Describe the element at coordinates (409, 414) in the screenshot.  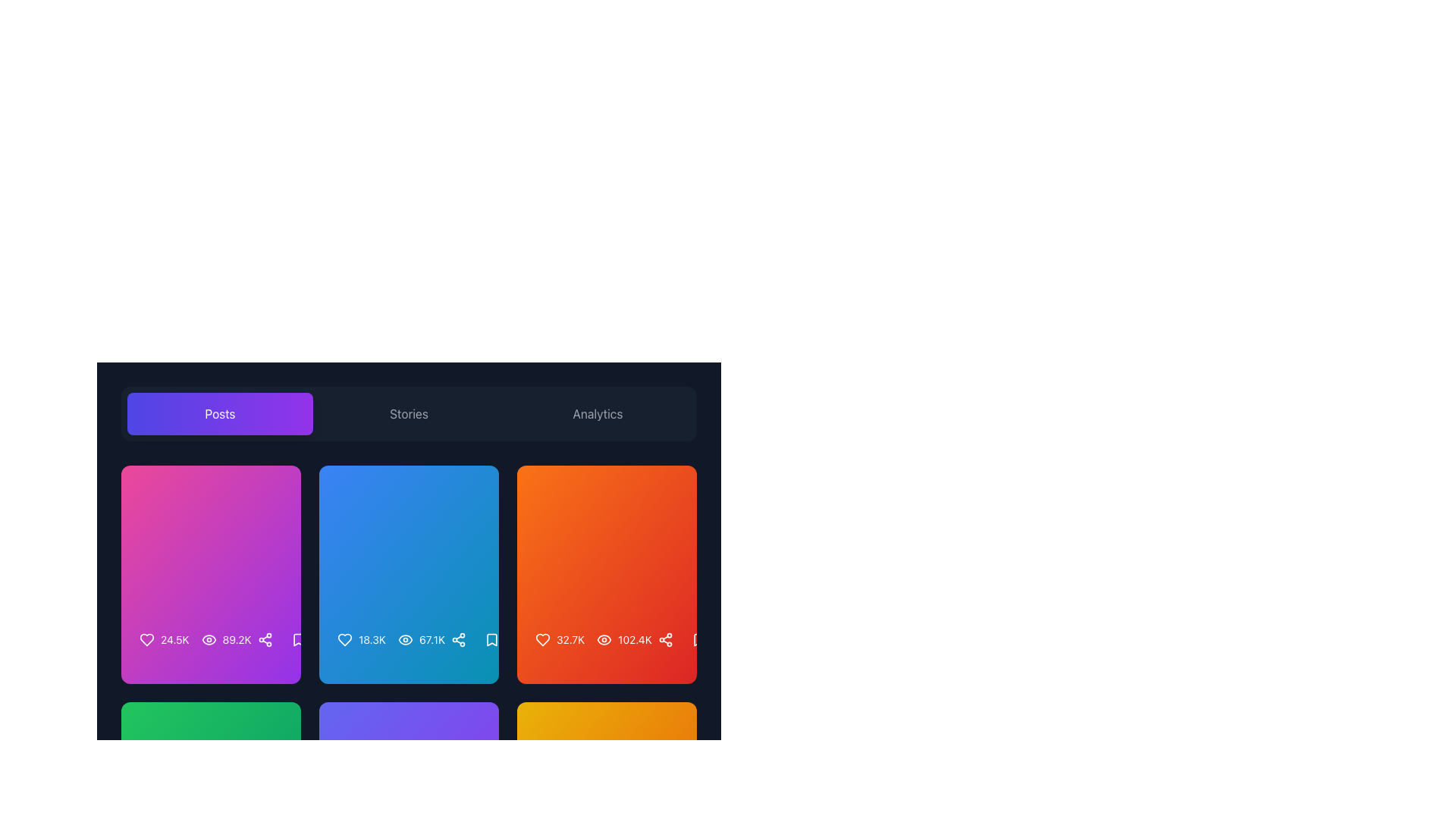
I see `the 'Stories' tab in the Tab navigation bar` at that location.